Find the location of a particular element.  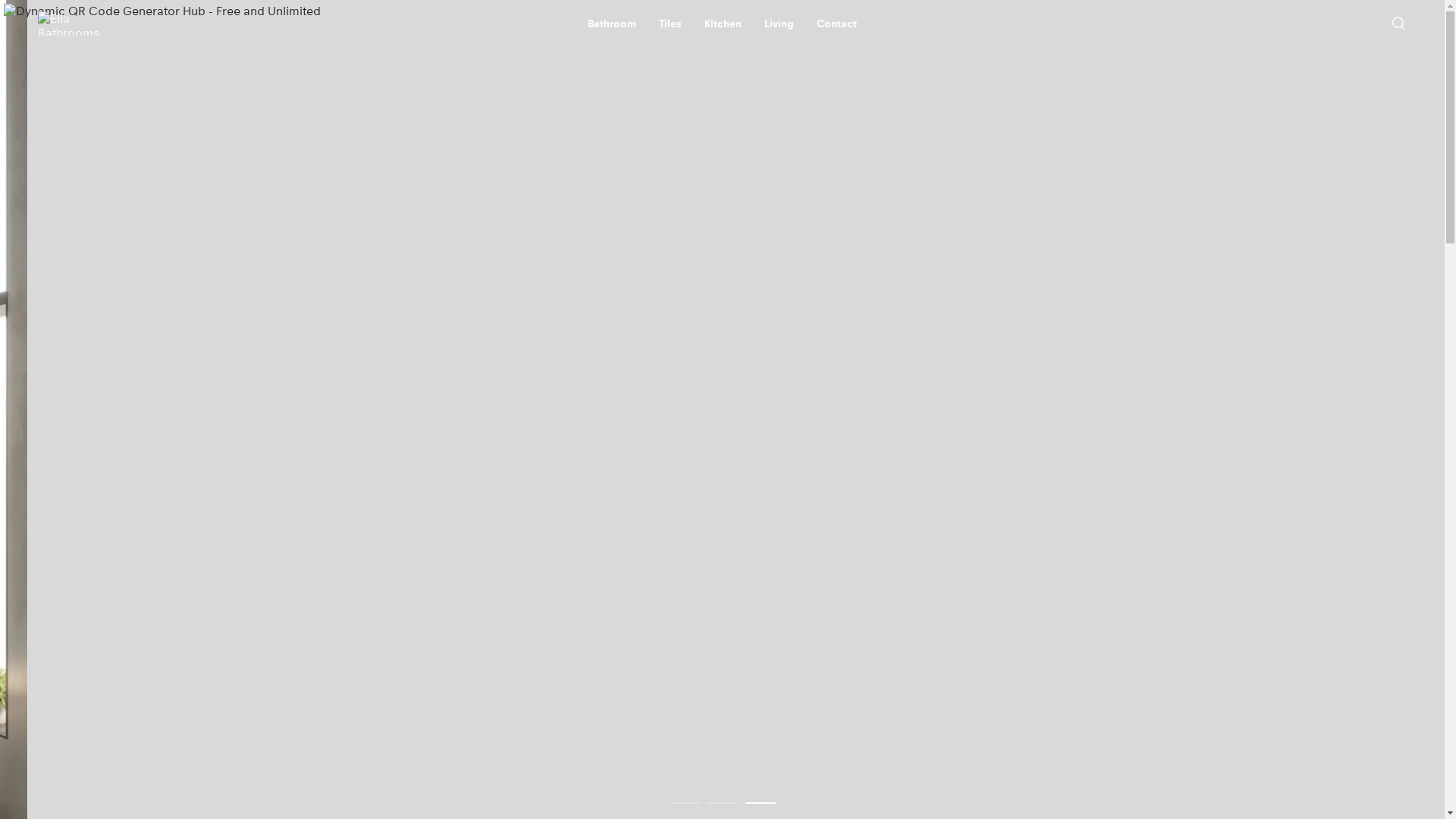

'Contact' is located at coordinates (836, 23).